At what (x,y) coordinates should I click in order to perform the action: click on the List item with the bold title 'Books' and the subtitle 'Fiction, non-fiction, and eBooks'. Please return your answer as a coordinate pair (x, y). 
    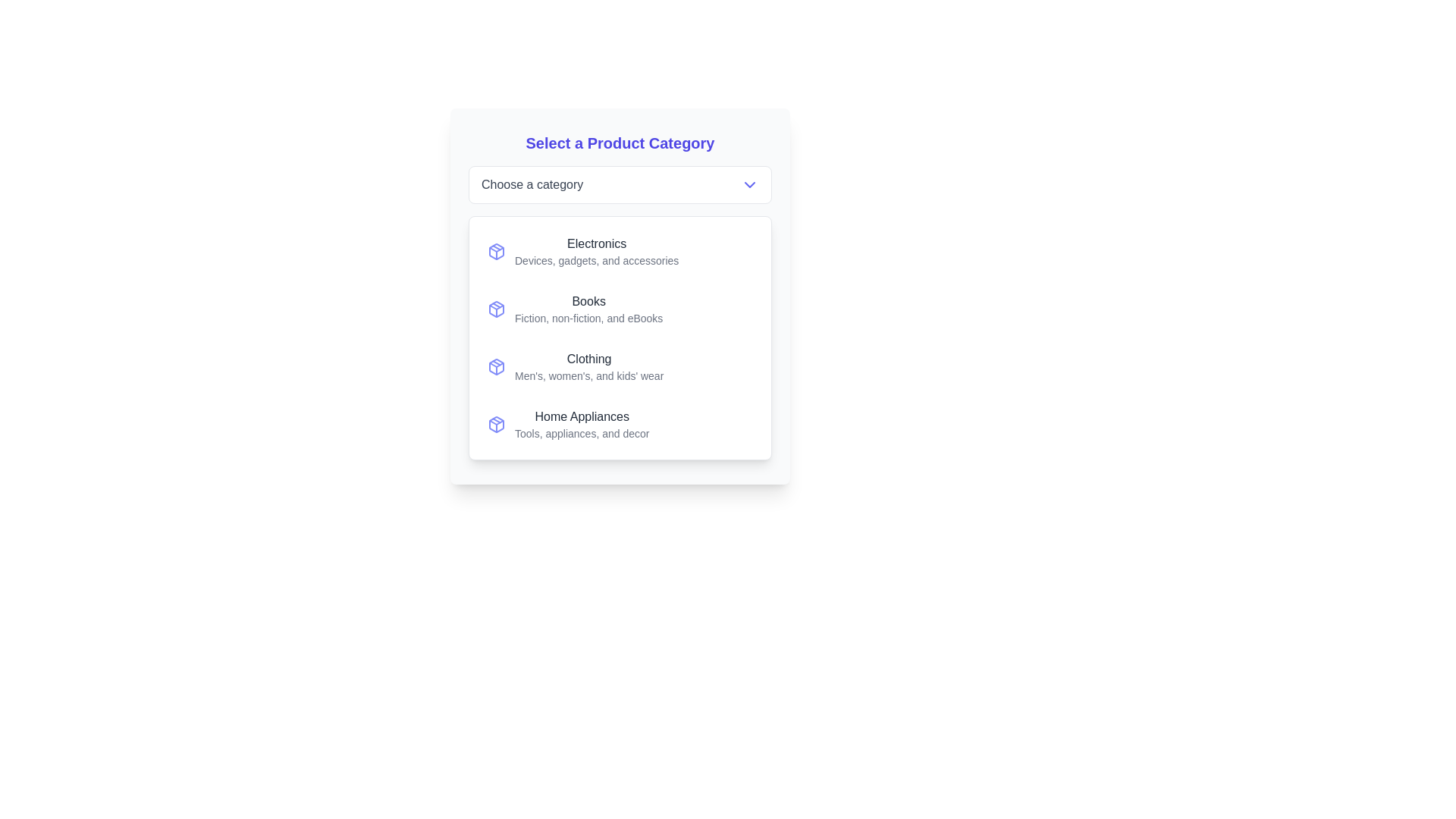
    Looking at the image, I should click on (574, 309).